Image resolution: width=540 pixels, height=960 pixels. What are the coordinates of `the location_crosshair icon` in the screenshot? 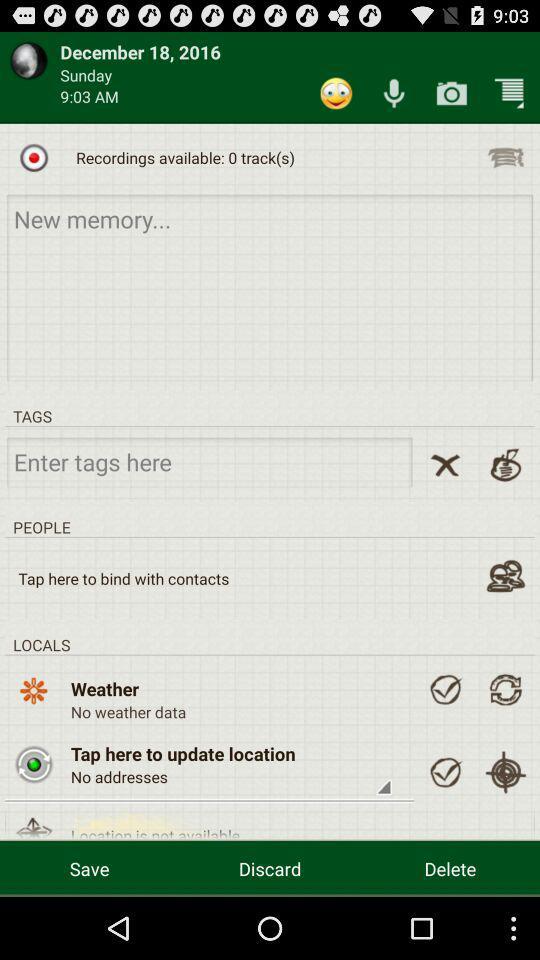 It's located at (504, 826).